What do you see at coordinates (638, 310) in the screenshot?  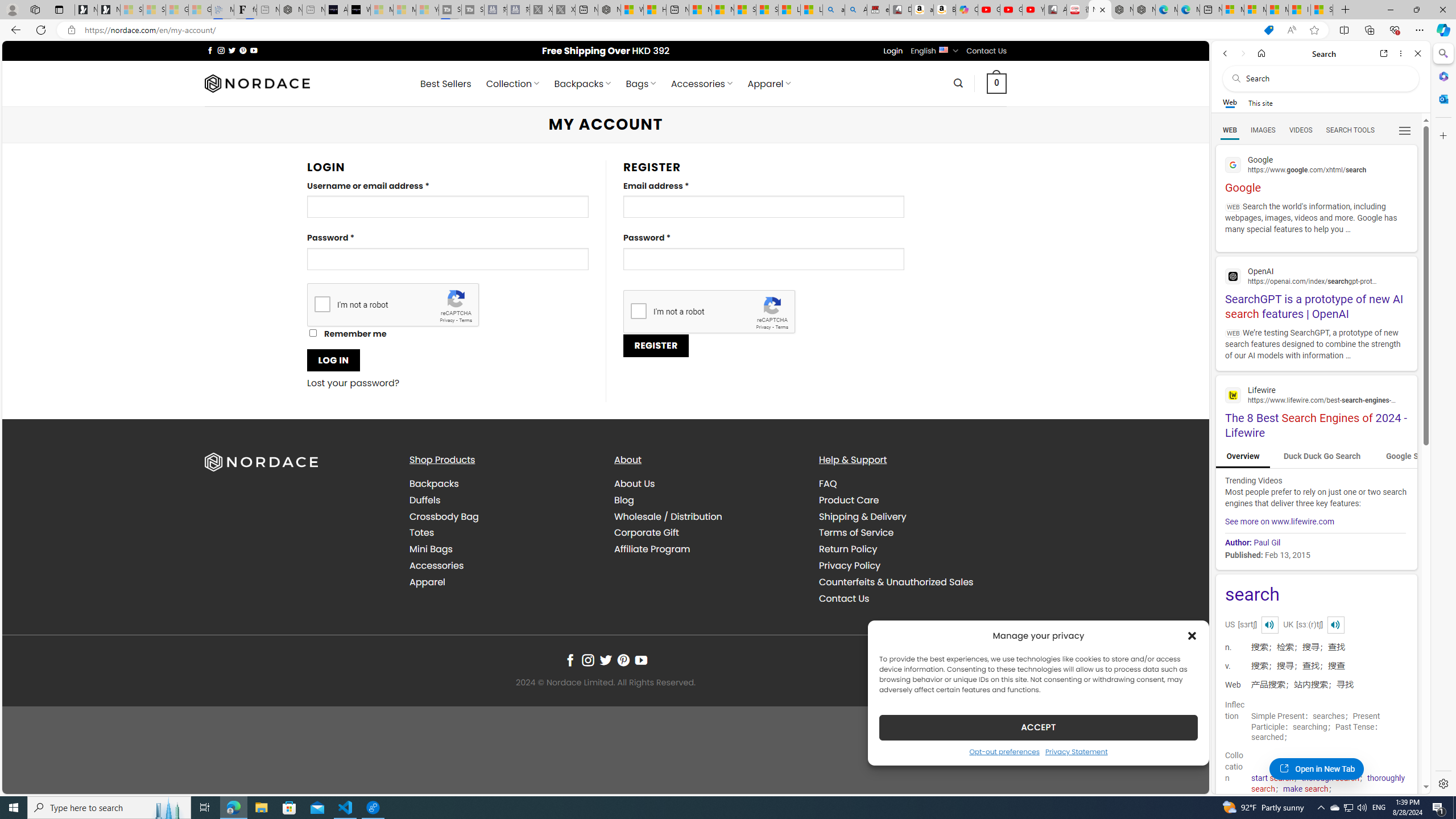 I see `'I'` at bounding box center [638, 310].